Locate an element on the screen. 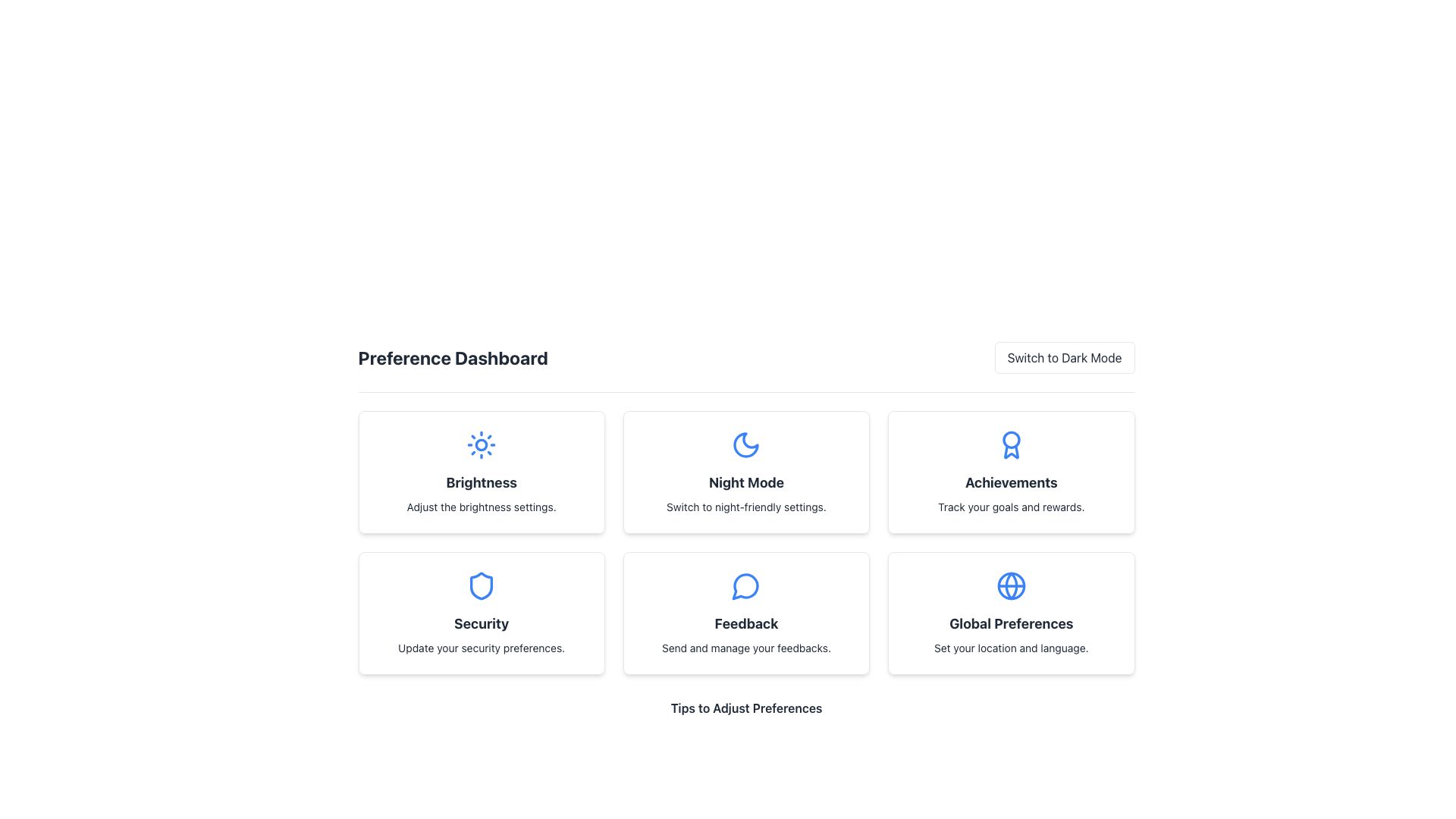  text label displaying 'Achievements' which is located at the center of the card in the grid layout is located at coordinates (1011, 482).